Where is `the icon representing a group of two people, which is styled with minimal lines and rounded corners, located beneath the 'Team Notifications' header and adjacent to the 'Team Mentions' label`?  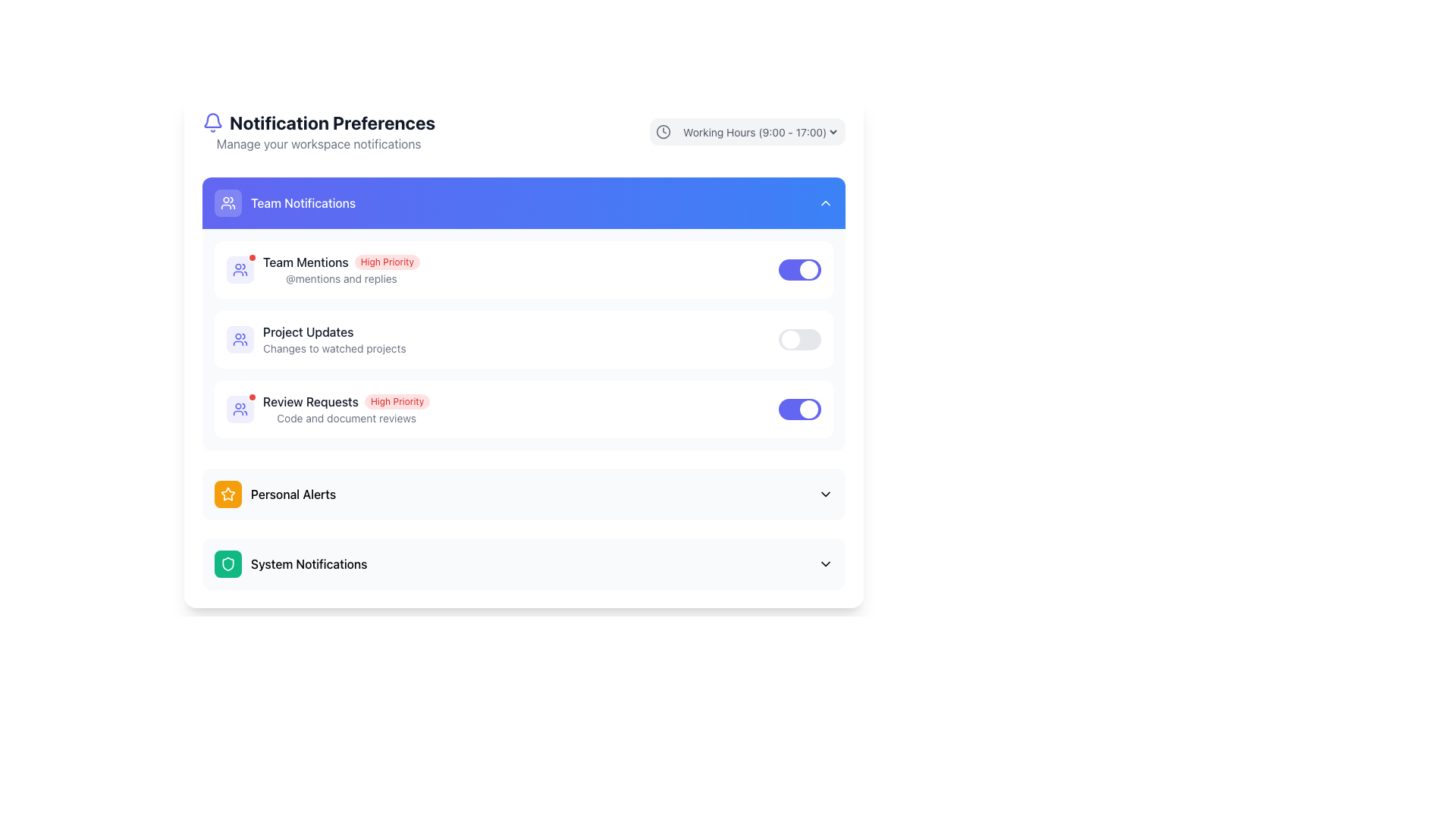
the icon representing a group of two people, which is styled with minimal lines and rounded corners, located beneath the 'Team Notifications' header and adjacent to the 'Team Mentions' label is located at coordinates (239, 268).